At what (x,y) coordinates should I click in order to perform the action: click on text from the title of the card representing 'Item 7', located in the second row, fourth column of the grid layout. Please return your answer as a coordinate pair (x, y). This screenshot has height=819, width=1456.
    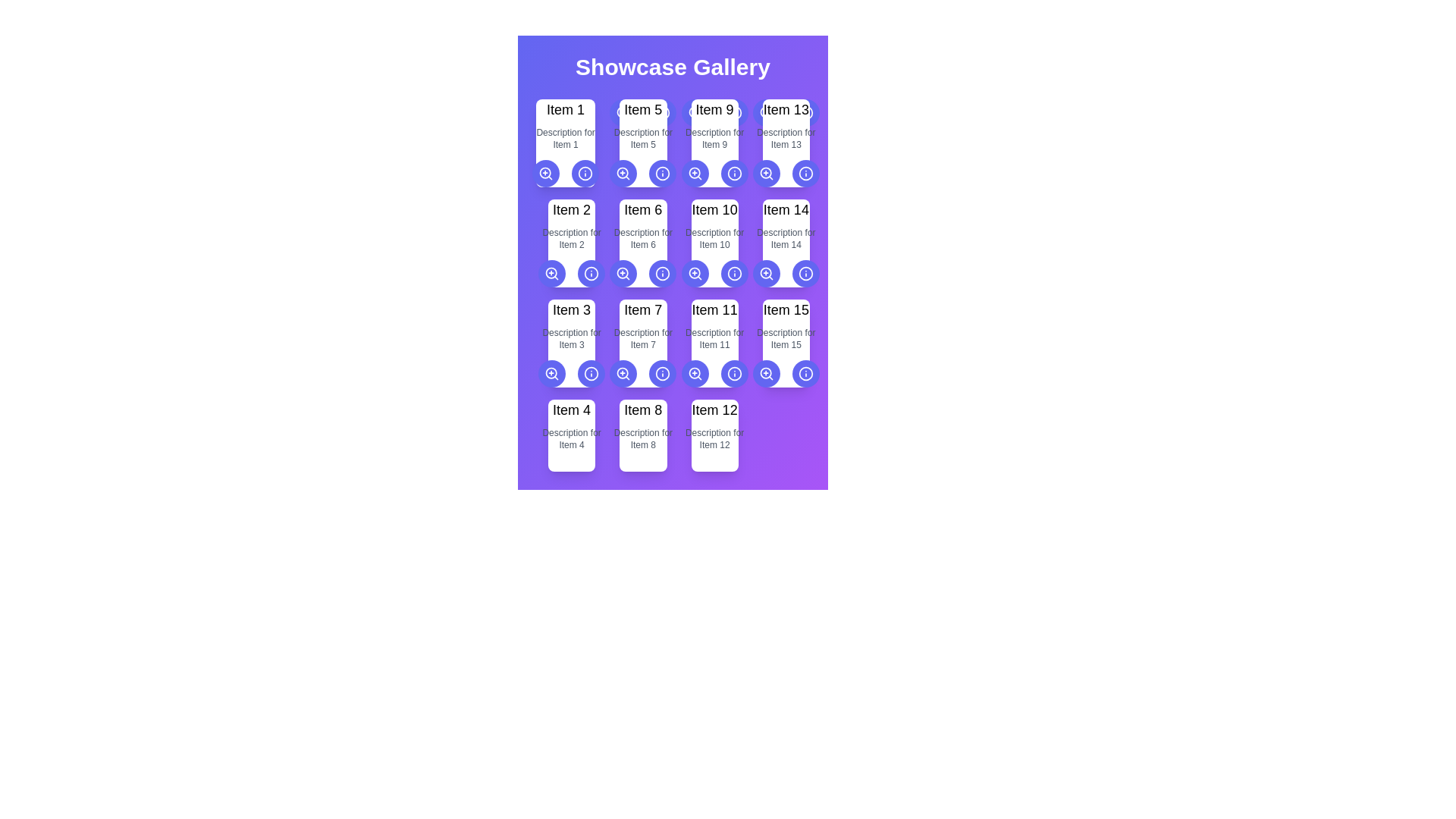
    Looking at the image, I should click on (643, 309).